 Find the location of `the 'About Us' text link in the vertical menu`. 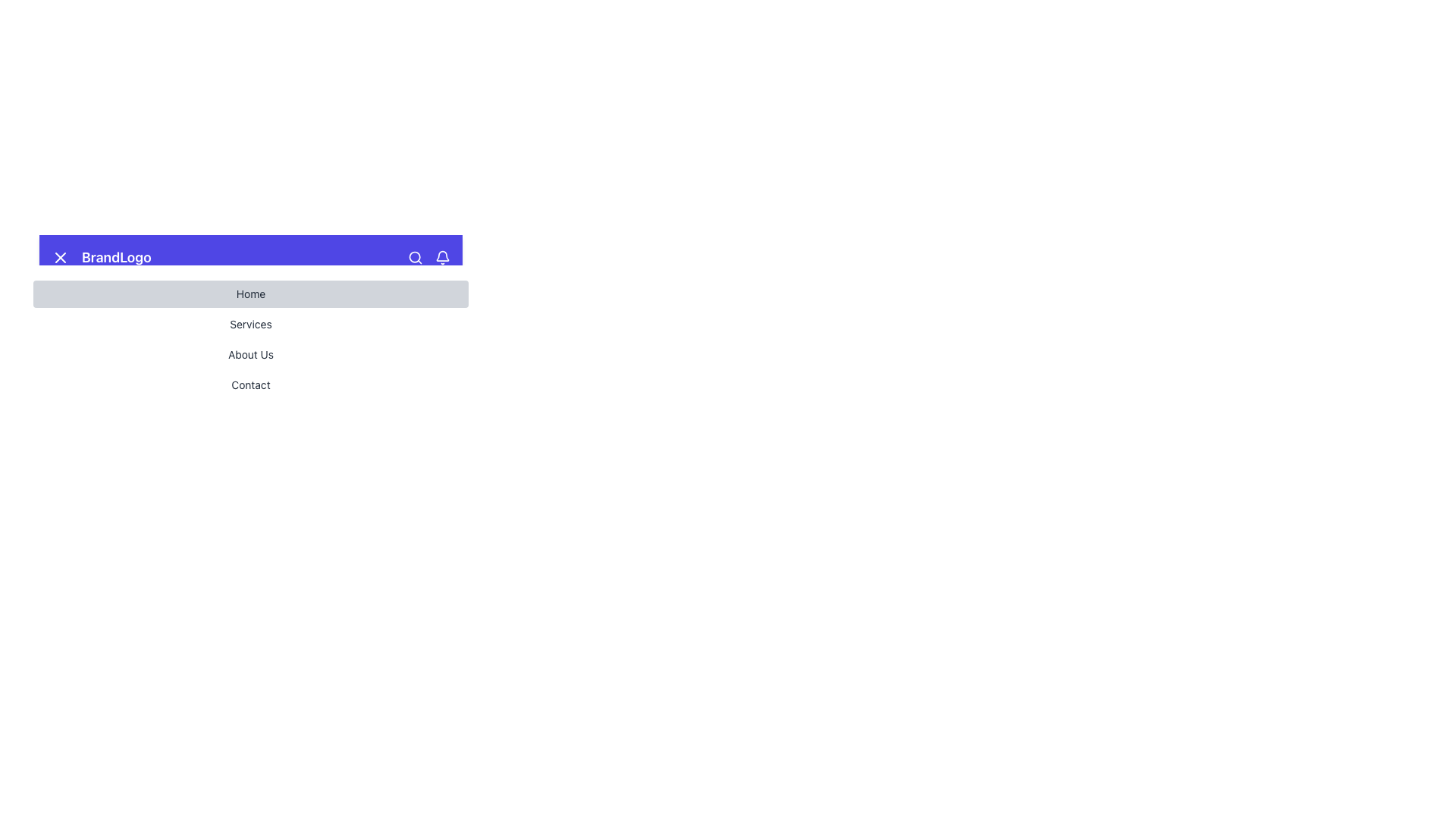

the 'About Us' text link in the vertical menu is located at coordinates (251, 354).